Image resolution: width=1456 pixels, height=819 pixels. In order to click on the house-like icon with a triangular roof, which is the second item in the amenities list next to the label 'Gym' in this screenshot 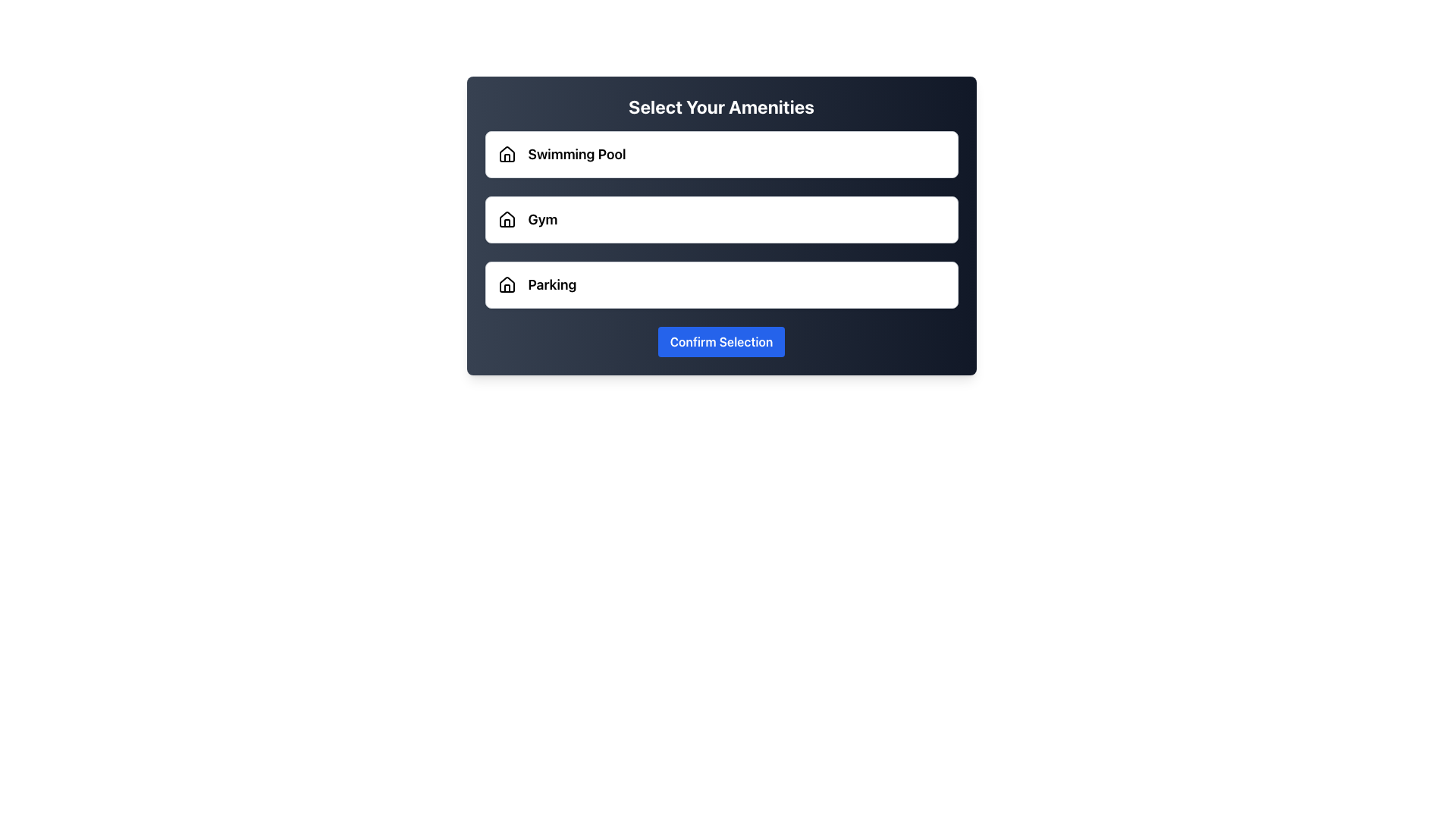, I will do `click(507, 219)`.